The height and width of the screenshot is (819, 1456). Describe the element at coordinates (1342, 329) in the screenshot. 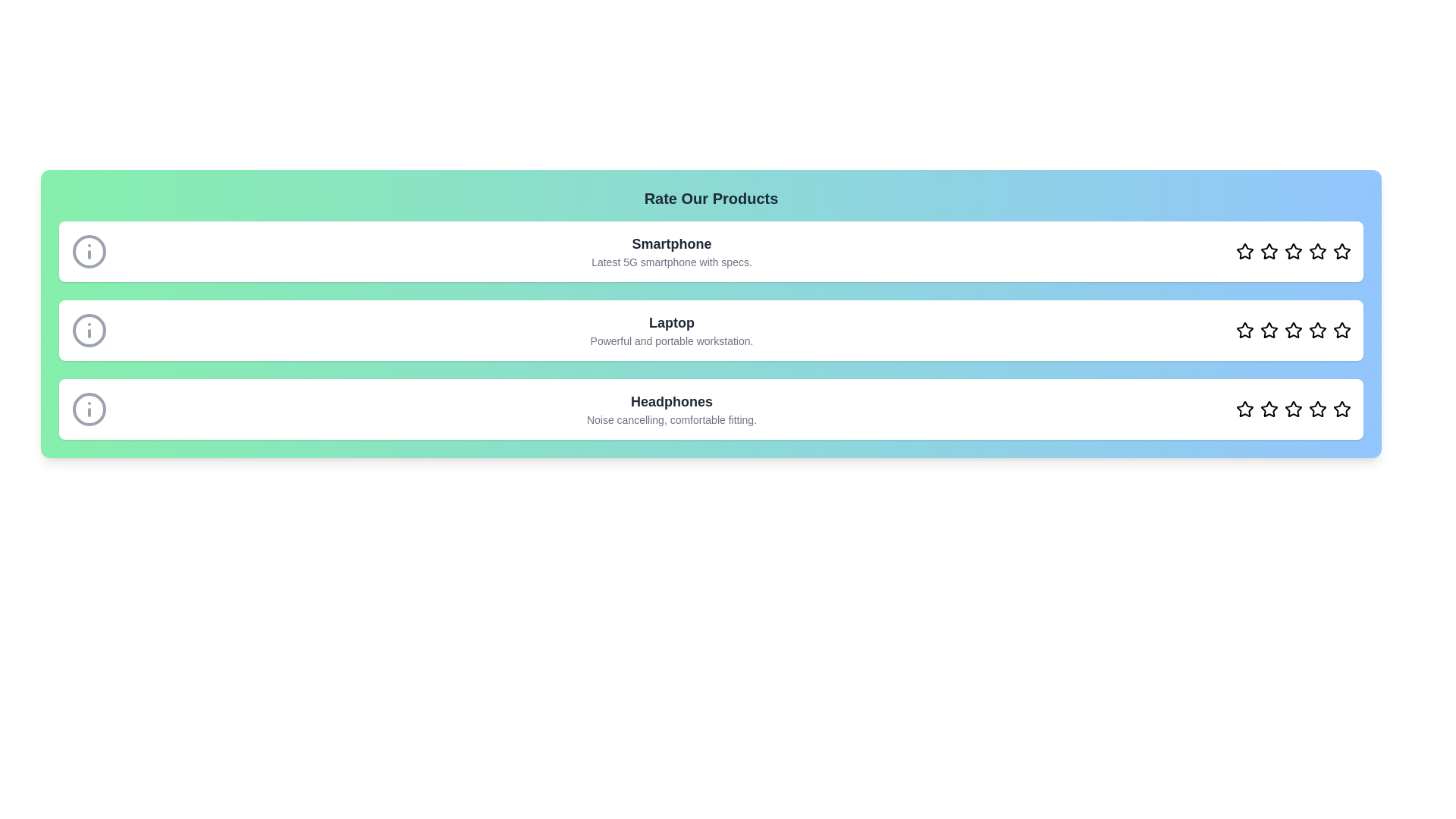

I see `the fifth star icon in the rating component for the 'Laptop' product entry` at that location.